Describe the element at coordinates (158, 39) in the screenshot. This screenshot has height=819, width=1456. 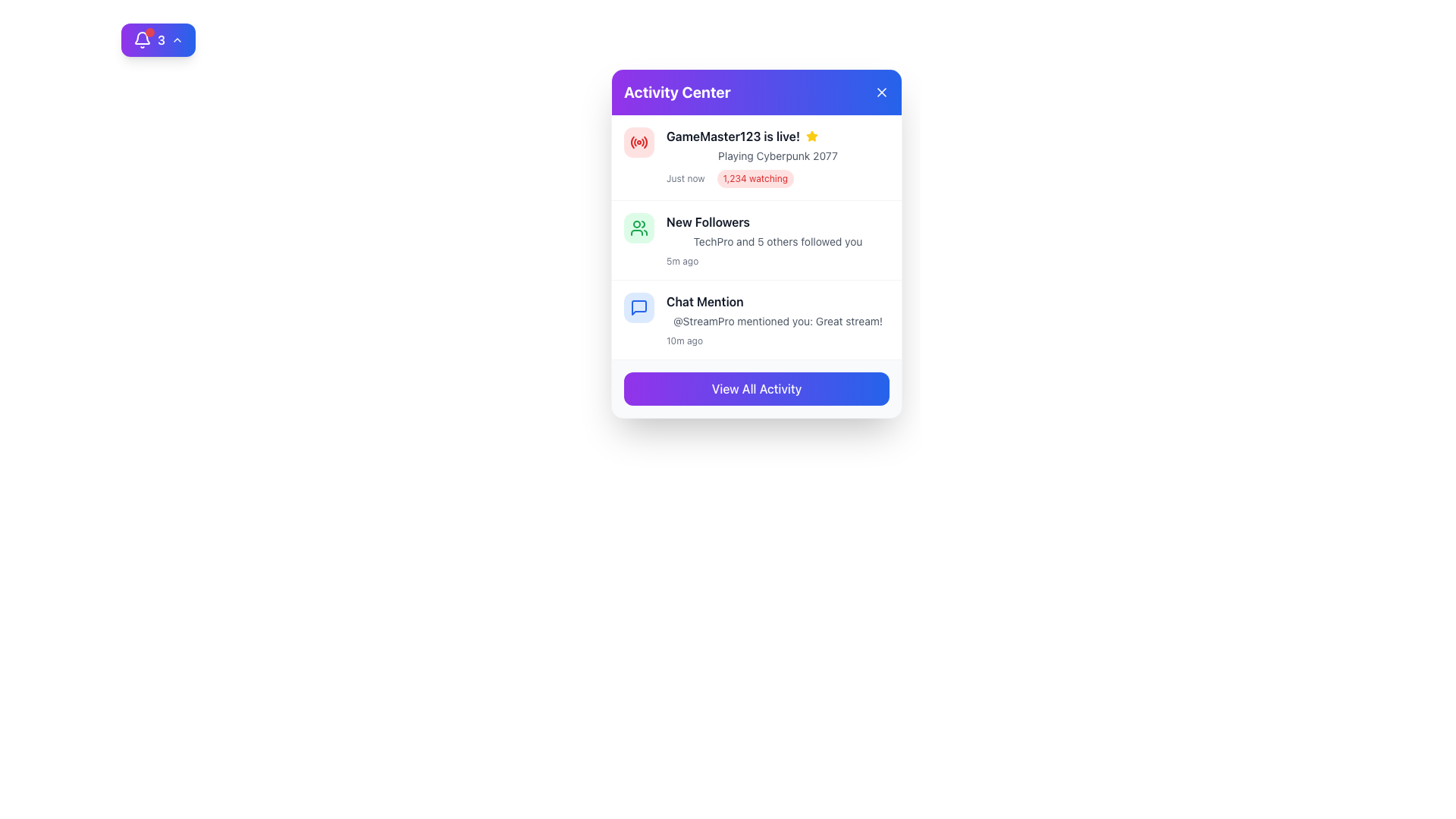
I see `the notification indicator button with a gradient background, white bell icon, and notification count` at that location.